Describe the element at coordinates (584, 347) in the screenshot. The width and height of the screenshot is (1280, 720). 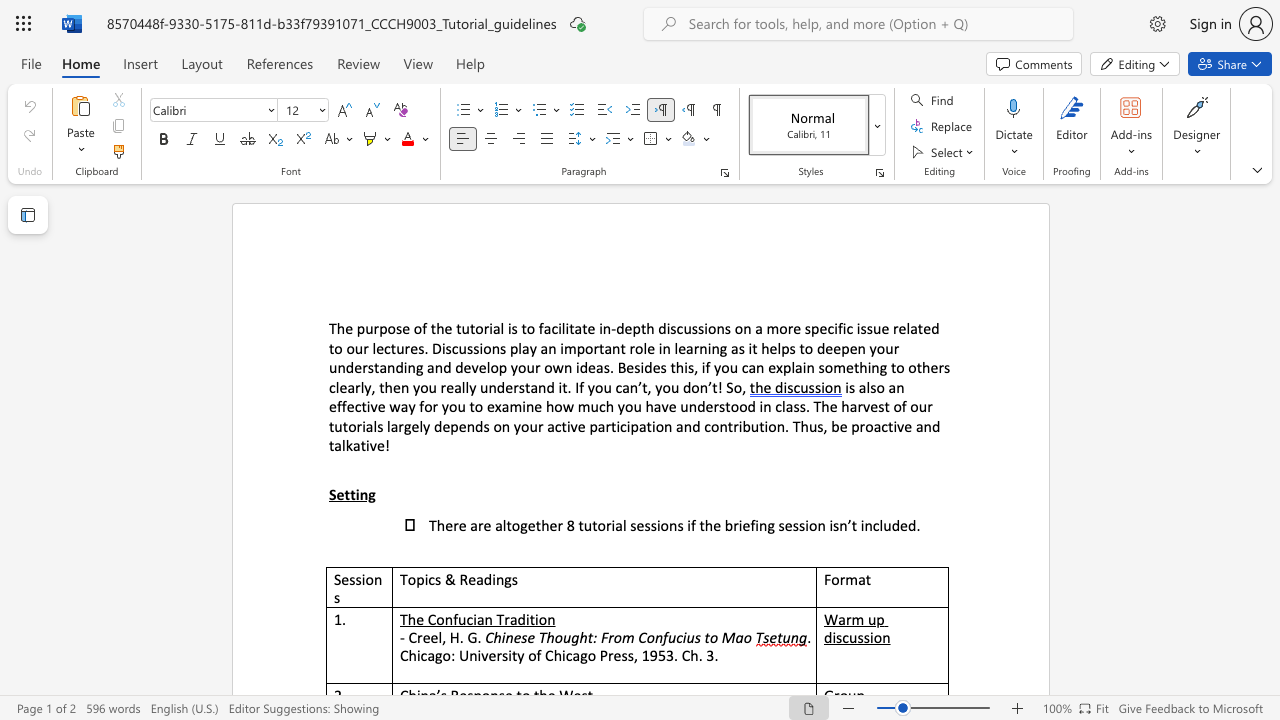
I see `the subset text "ortant" within the text "an important role"` at that location.